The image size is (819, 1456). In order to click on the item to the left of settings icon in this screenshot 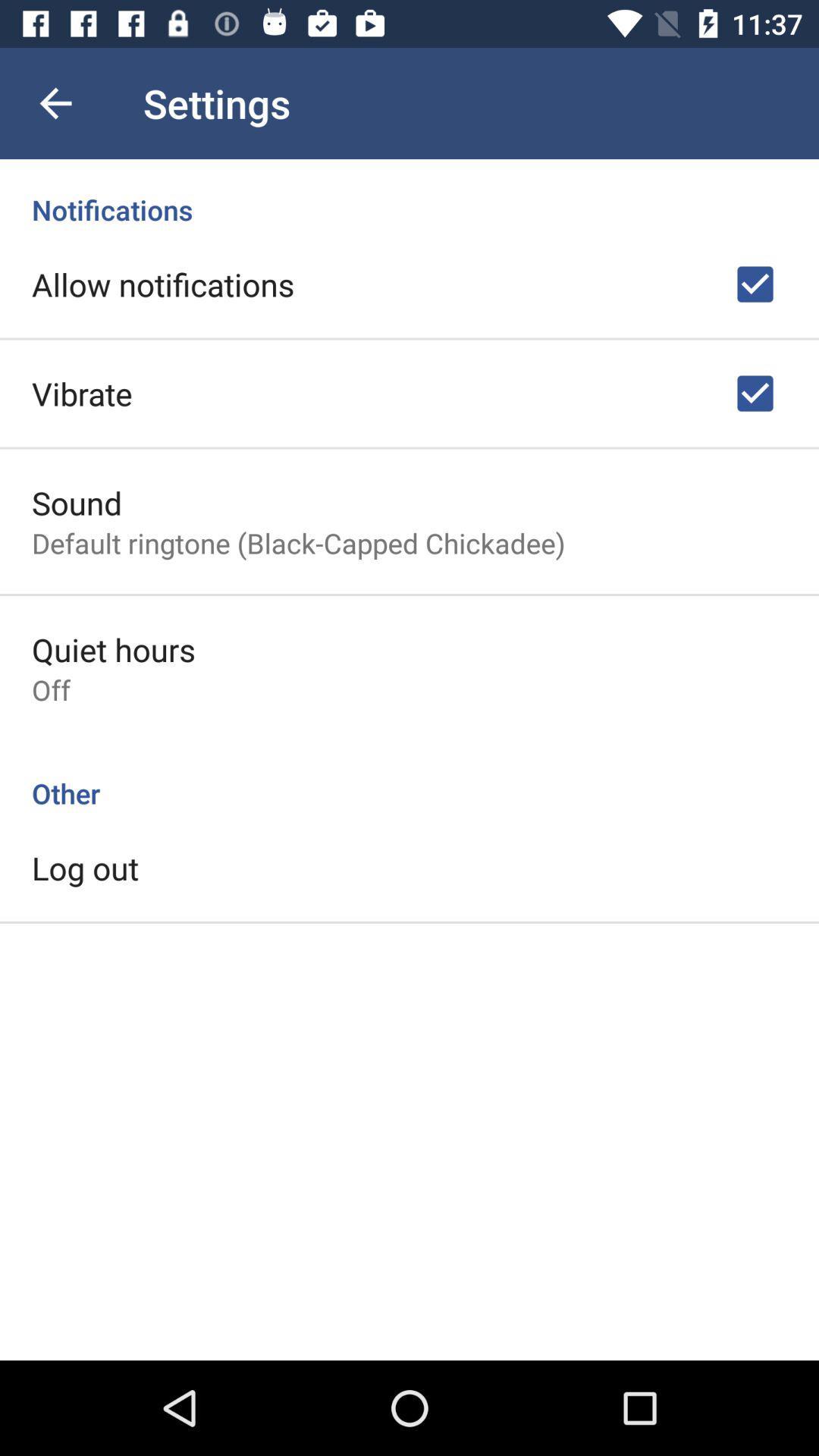, I will do `click(55, 102)`.